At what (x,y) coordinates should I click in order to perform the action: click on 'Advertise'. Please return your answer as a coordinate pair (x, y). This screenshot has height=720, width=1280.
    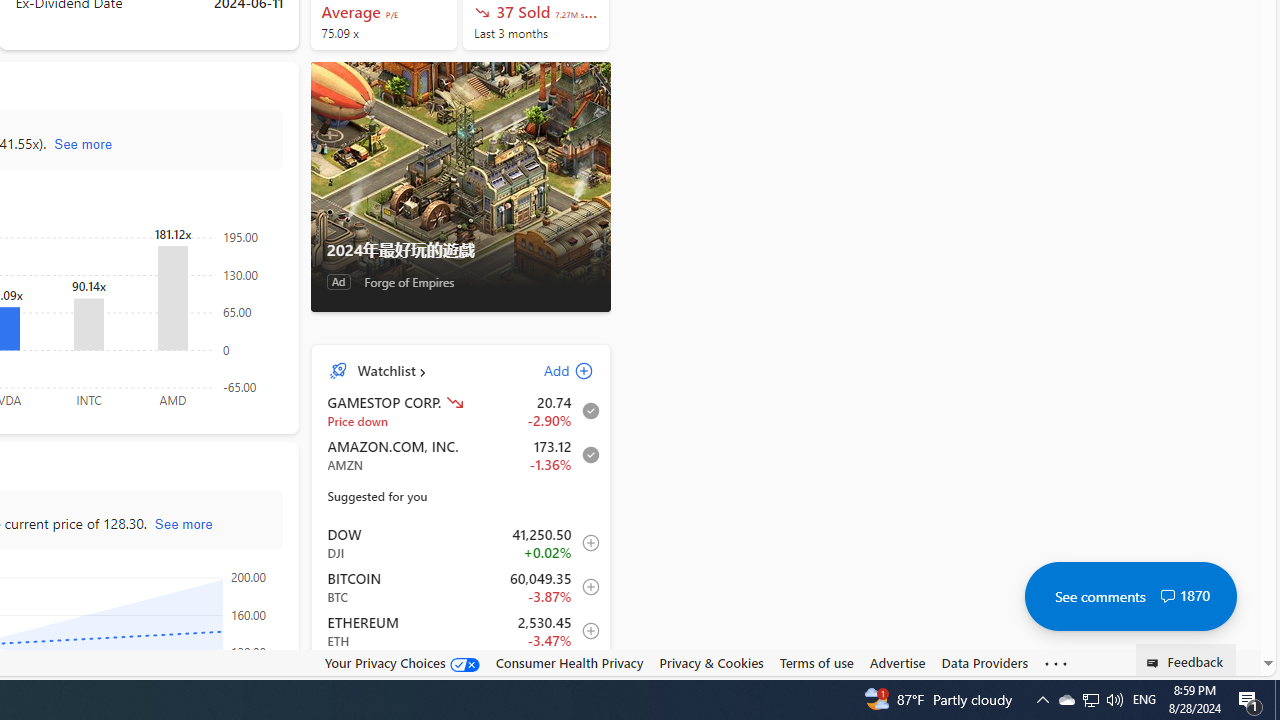
    Looking at the image, I should click on (896, 662).